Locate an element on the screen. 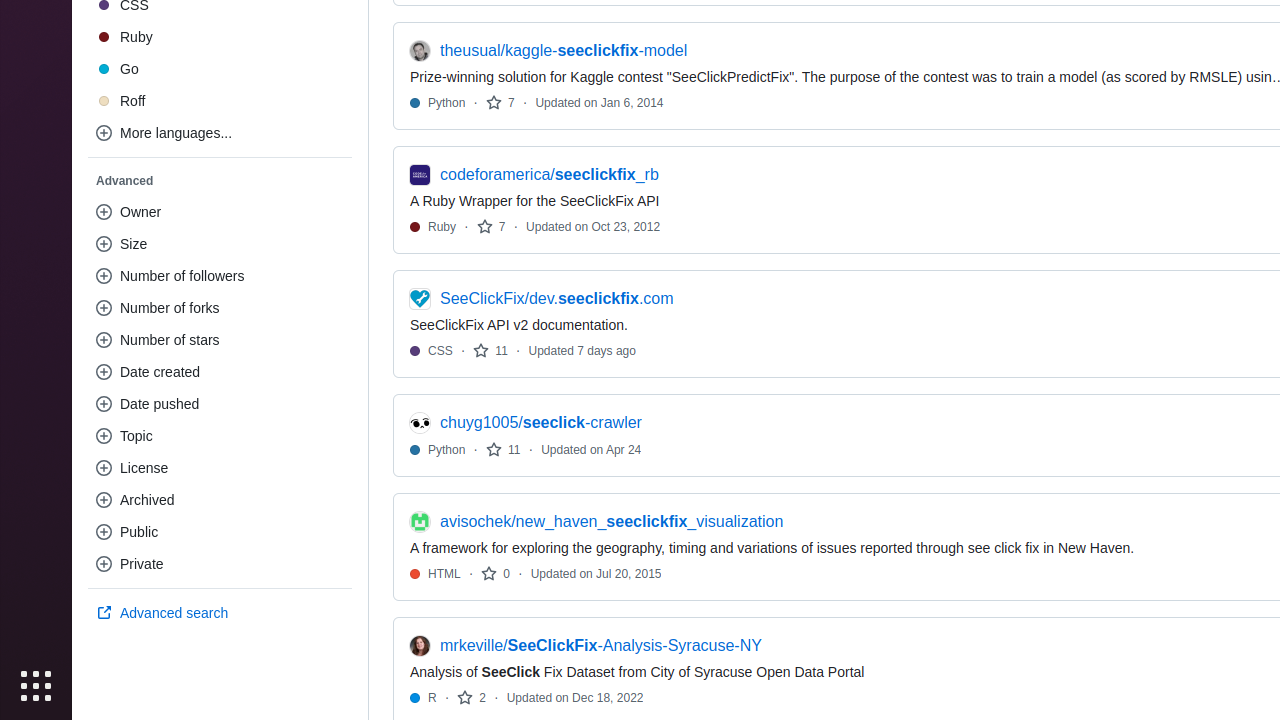  '‎License‎' is located at coordinates (220, 468).